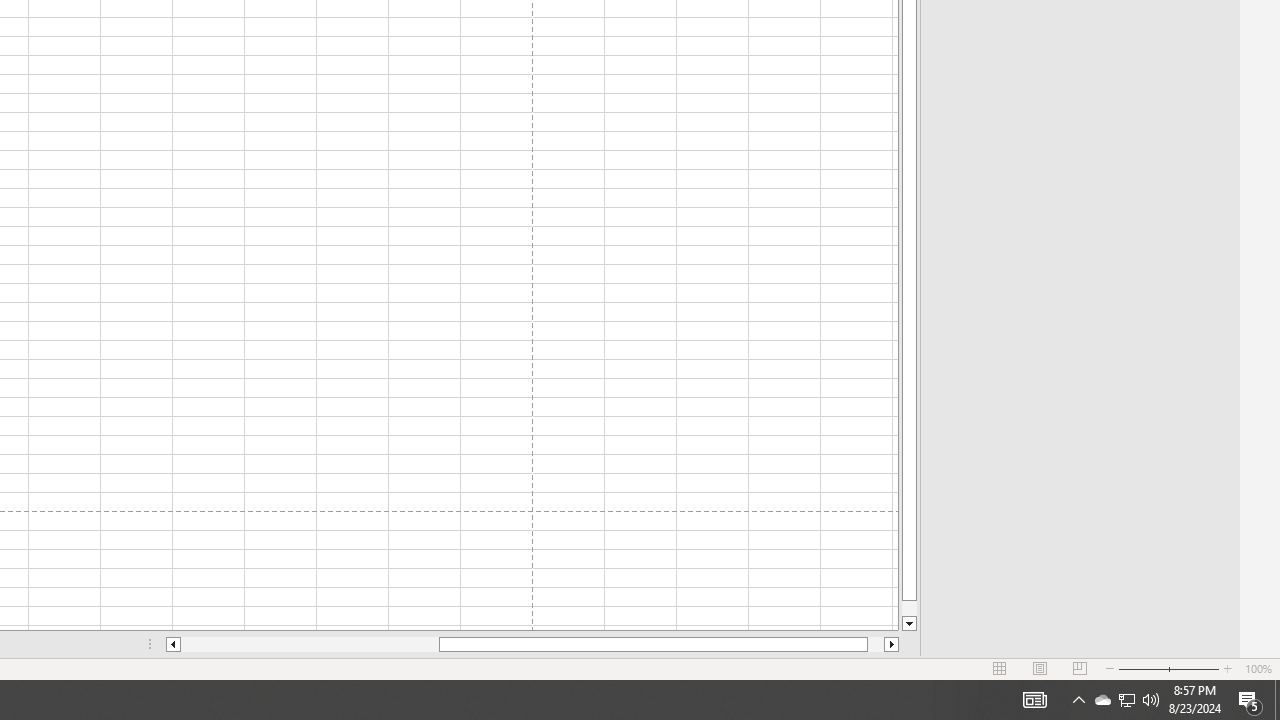 The image size is (1280, 720). Describe the element at coordinates (1226, 669) in the screenshot. I see `'Zoom In'` at that location.